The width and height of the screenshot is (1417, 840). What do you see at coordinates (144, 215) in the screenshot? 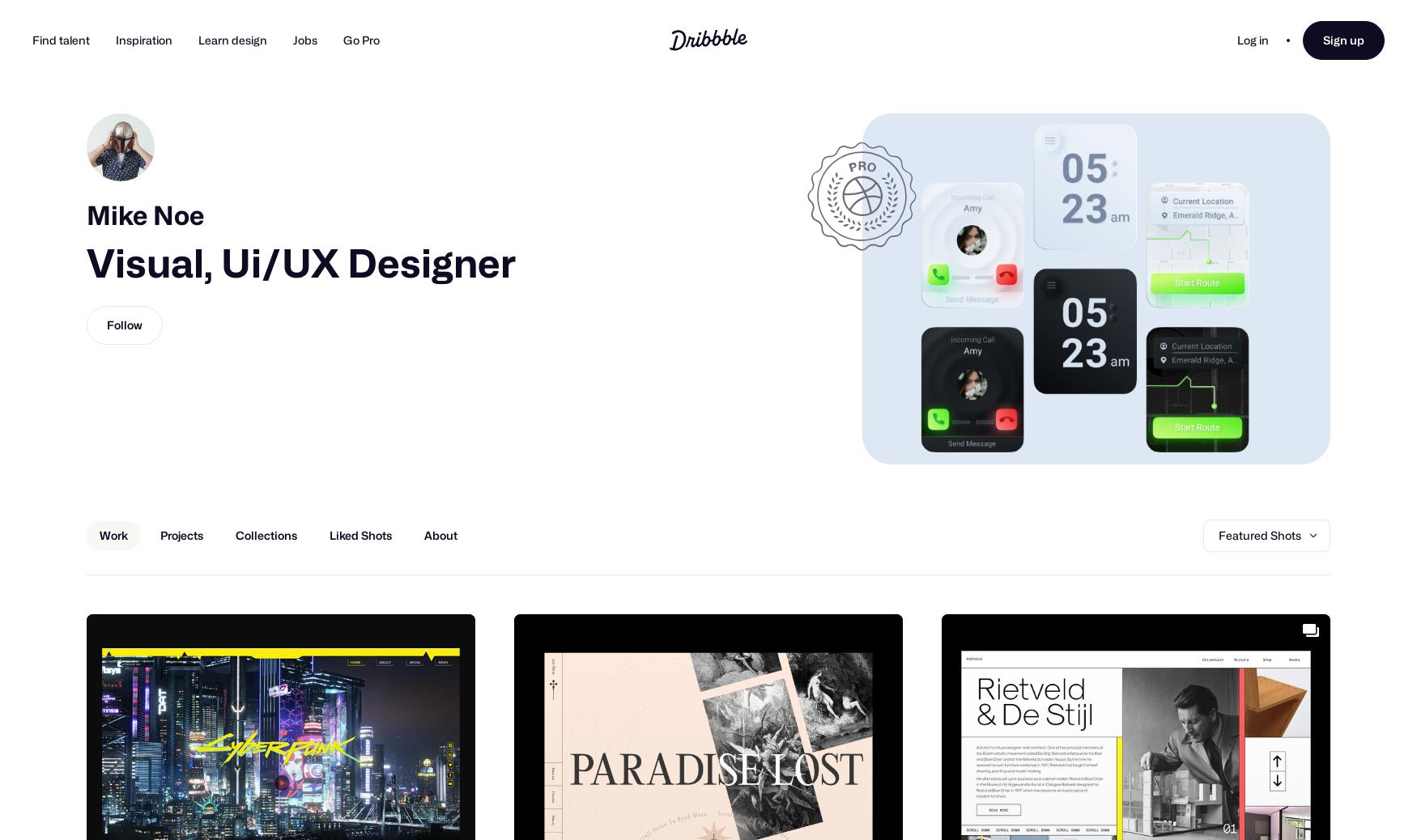
I see `'Mike Noe'` at bounding box center [144, 215].